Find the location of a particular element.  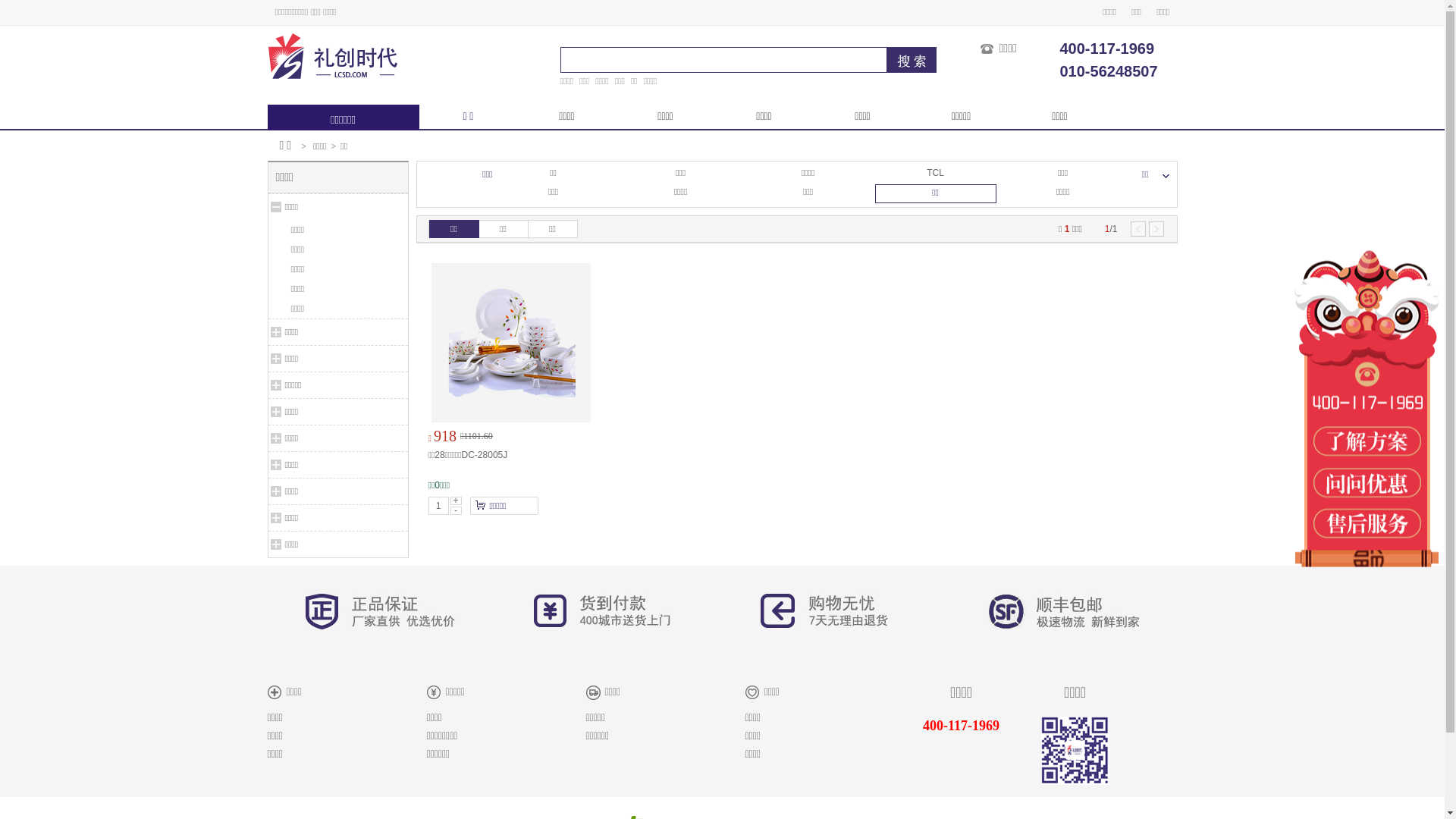

'TCL' is located at coordinates (934, 171).